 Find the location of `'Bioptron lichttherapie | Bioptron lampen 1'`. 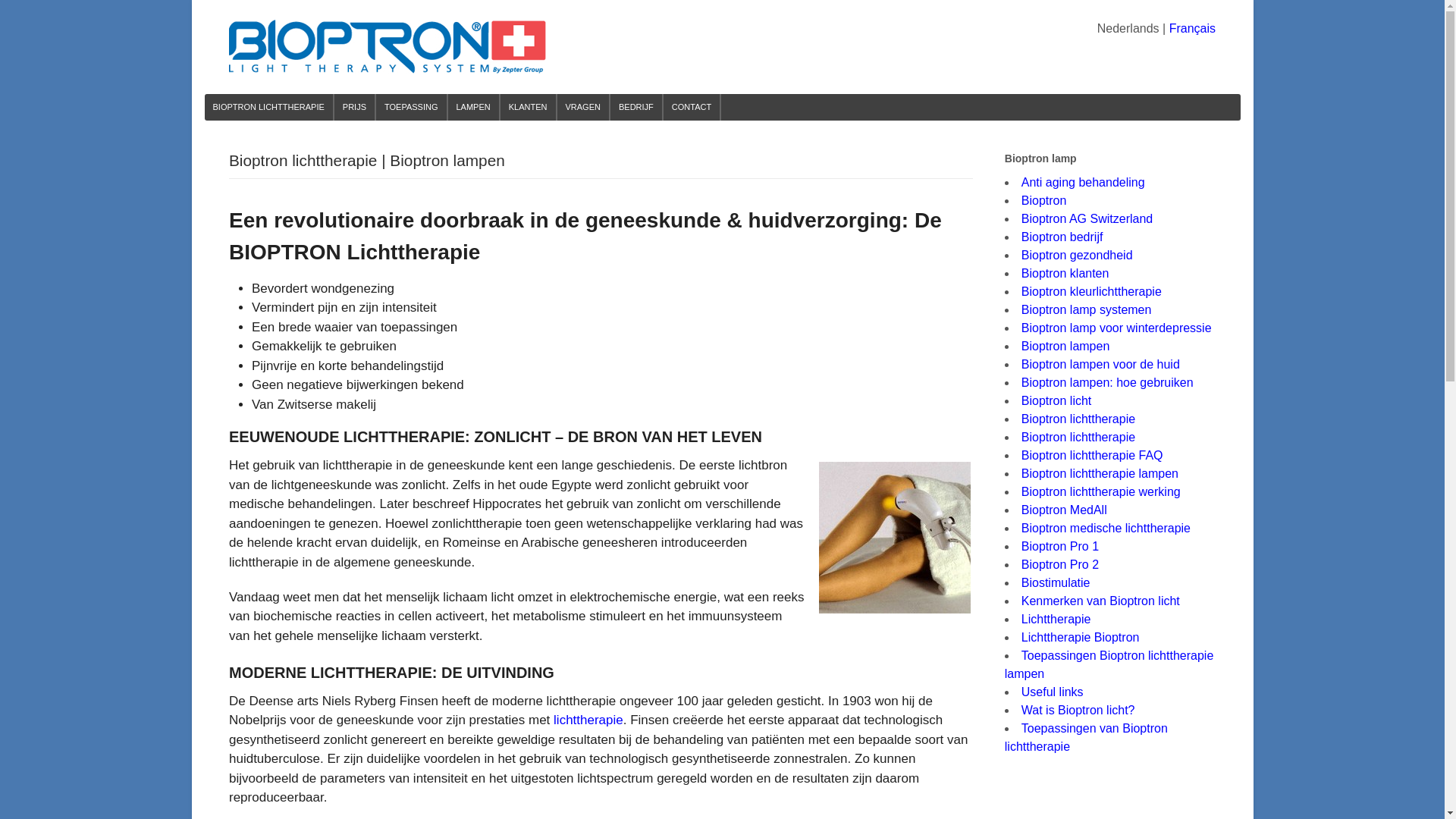

'Bioptron lichttherapie | Bioptron lampen 1' is located at coordinates (895, 537).